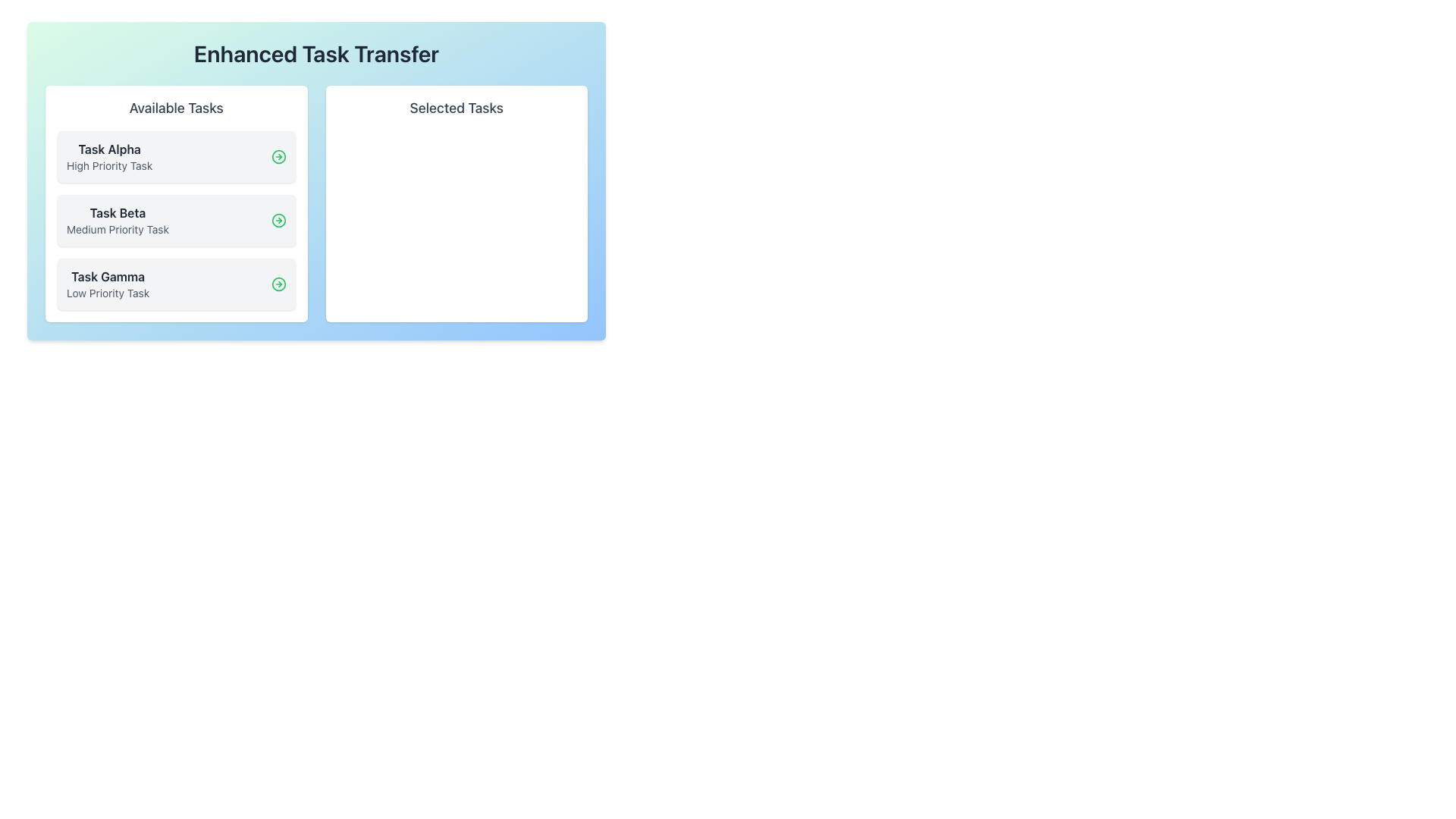  What do you see at coordinates (278, 284) in the screenshot?
I see `the Circular SVG component indicating the task's status in the 'Available Tasks' section of the 'Task Gamma' card, adjacent to the 'Low Priority Task' description` at bounding box center [278, 284].